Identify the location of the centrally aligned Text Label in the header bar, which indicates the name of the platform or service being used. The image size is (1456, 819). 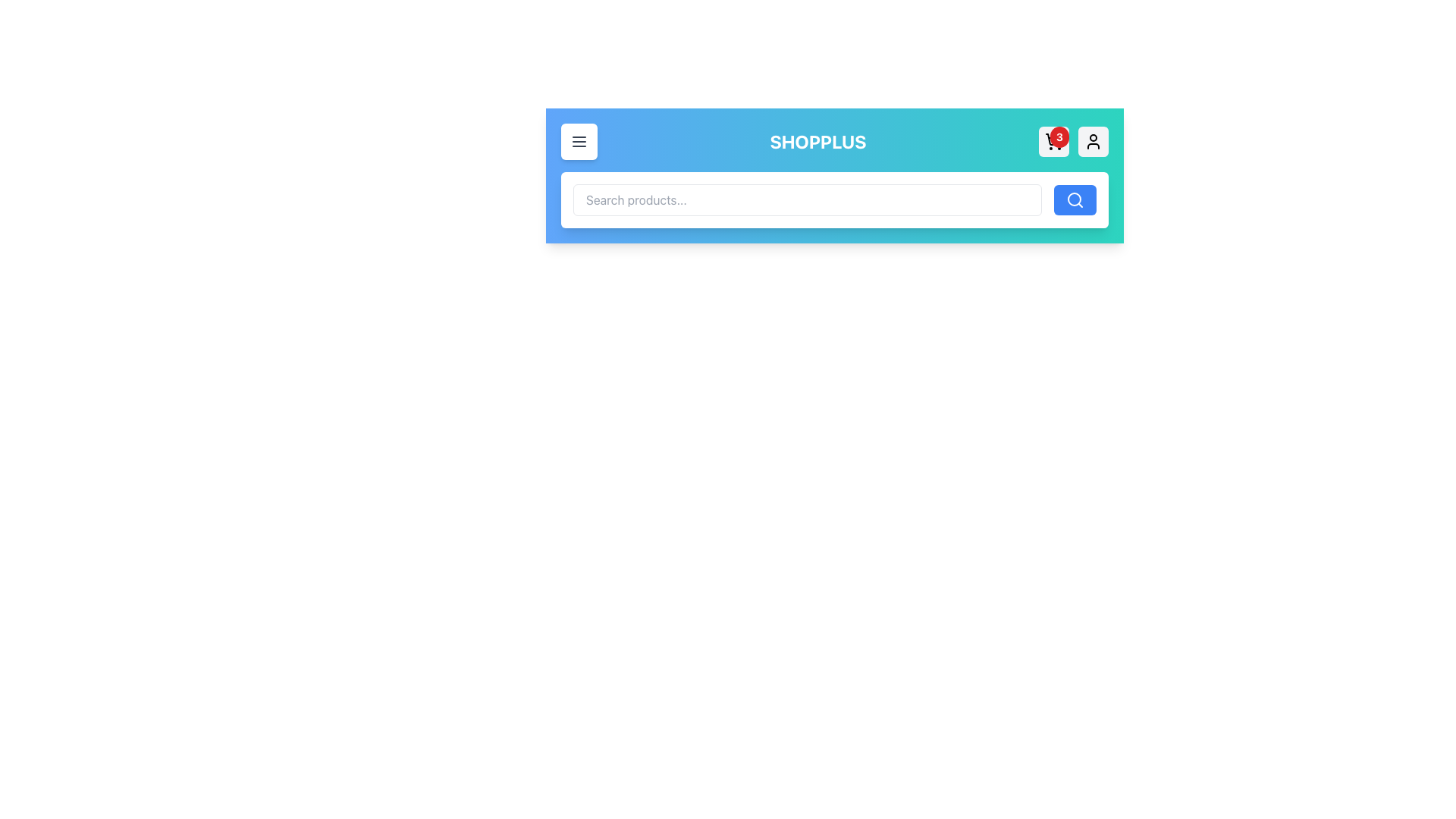
(833, 141).